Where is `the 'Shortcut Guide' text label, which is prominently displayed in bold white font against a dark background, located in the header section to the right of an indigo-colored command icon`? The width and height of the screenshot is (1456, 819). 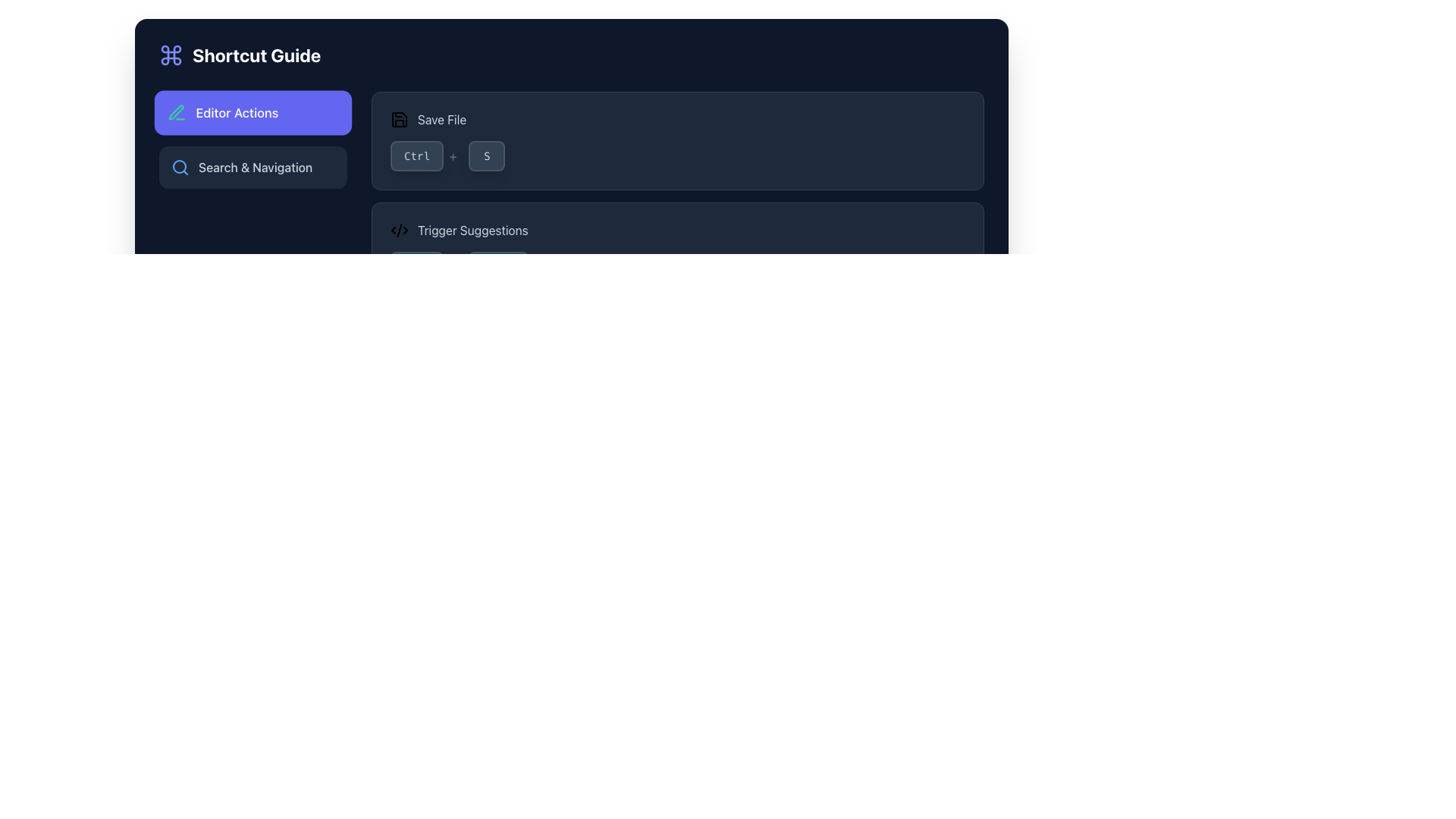 the 'Shortcut Guide' text label, which is prominently displayed in bold white font against a dark background, located in the header section to the right of an indigo-colored command icon is located at coordinates (256, 55).